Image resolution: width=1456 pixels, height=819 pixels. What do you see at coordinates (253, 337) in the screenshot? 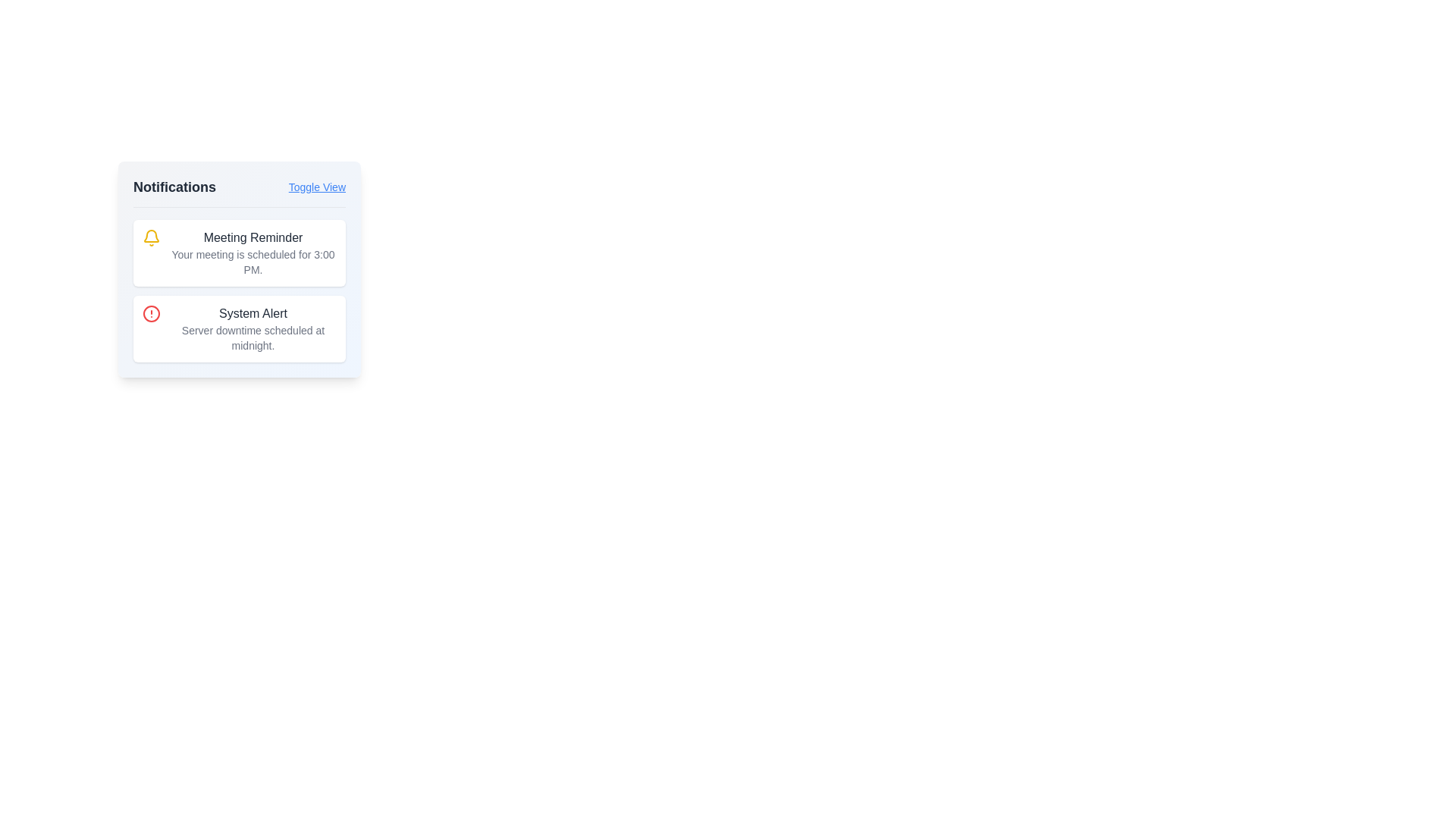
I see `text content of the gray styled text block that says 'Server downtime scheduled at midnight.' located beneath the 'System Alert' title in the second notification card` at bounding box center [253, 337].